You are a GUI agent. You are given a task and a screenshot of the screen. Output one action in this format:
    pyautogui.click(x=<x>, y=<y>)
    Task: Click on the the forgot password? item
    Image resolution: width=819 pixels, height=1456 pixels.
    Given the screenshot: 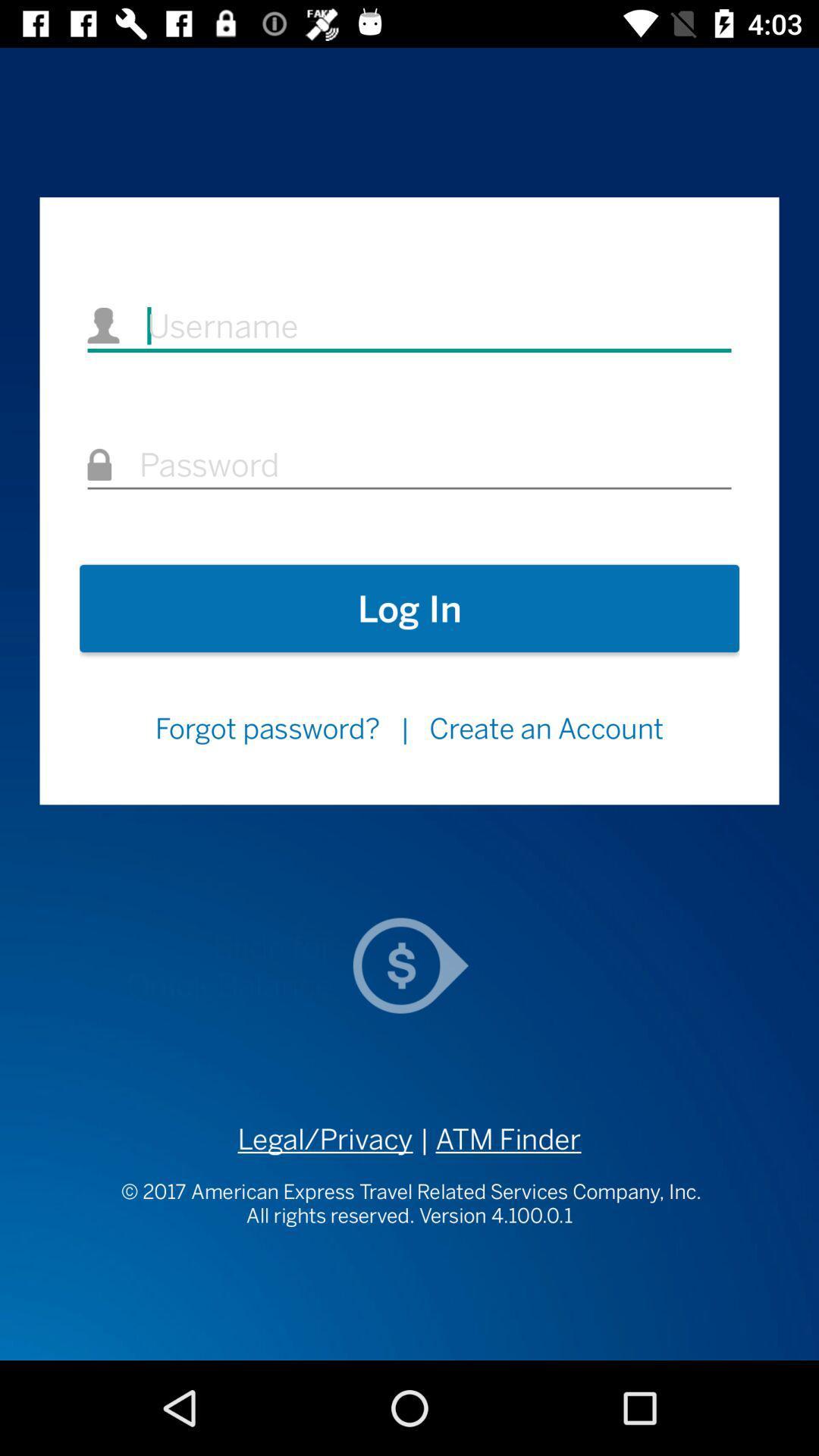 What is the action you would take?
    pyautogui.click(x=266, y=728)
    